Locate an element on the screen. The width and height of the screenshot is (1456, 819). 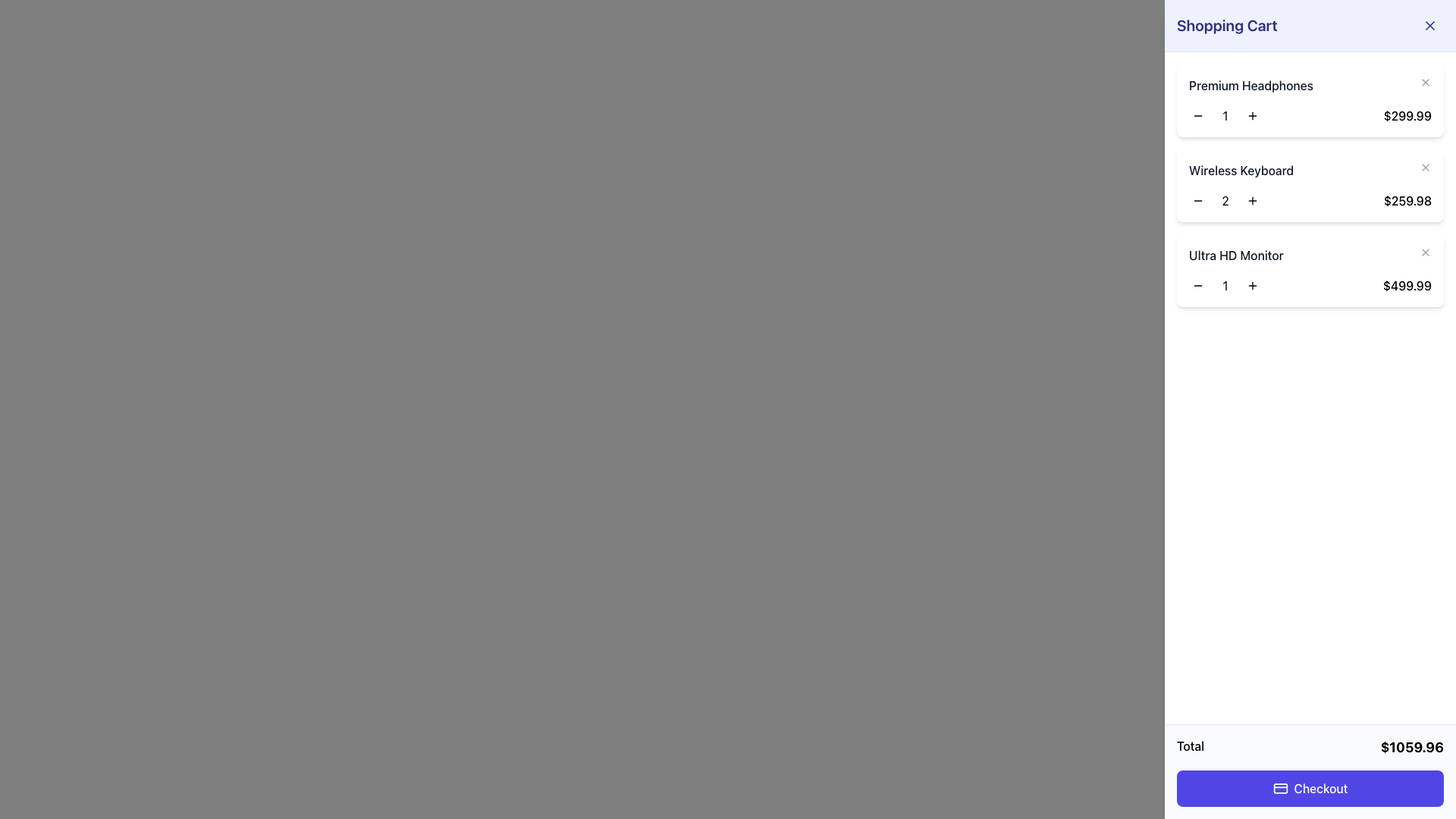
the close button located in the upper-right corner of the shopping cart interface is located at coordinates (1429, 26).